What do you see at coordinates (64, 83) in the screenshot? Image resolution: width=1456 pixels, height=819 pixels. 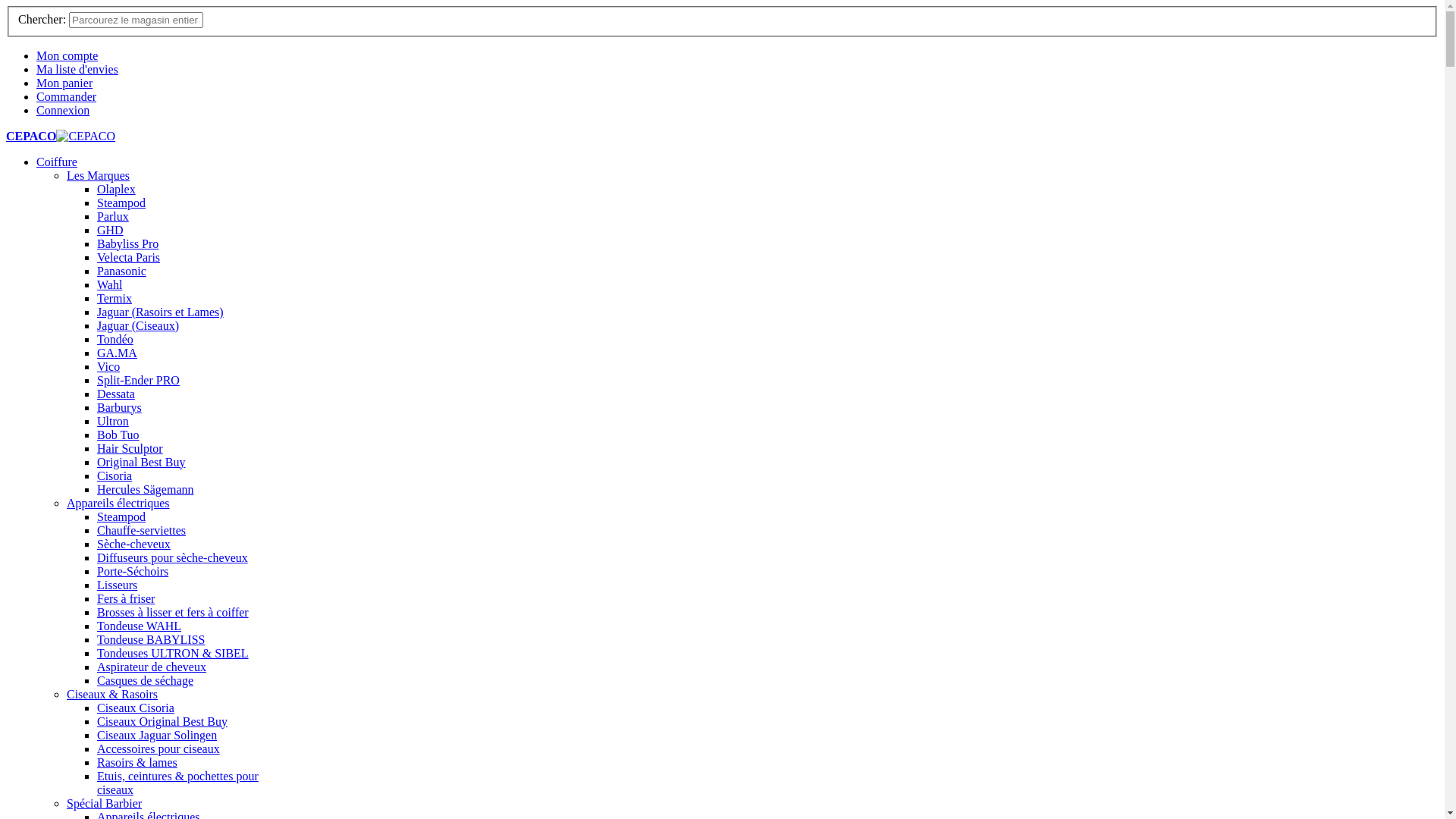 I see `'Mon panier'` at bounding box center [64, 83].